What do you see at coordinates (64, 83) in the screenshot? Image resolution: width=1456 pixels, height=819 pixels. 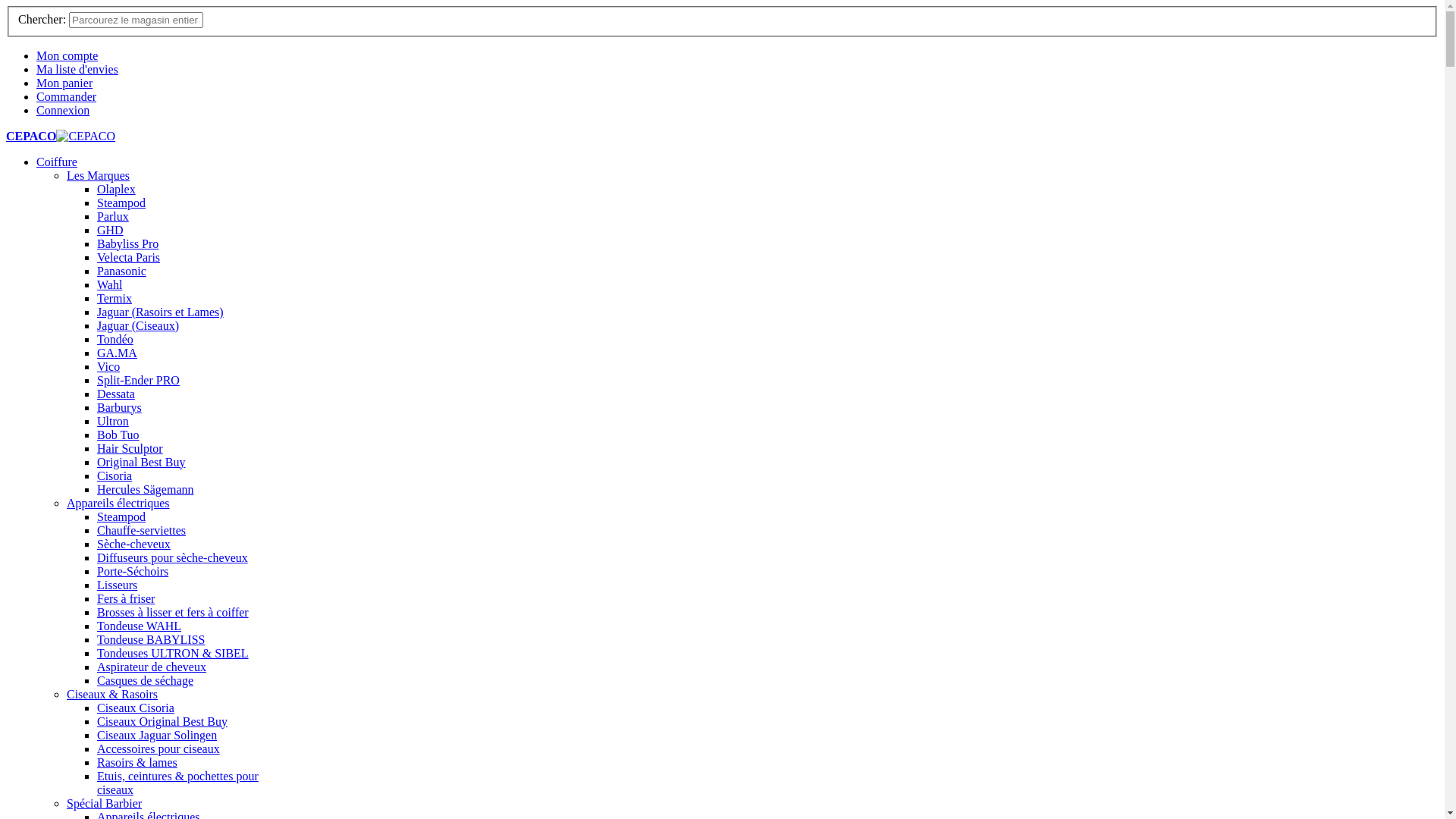 I see `'Mon panier'` at bounding box center [64, 83].